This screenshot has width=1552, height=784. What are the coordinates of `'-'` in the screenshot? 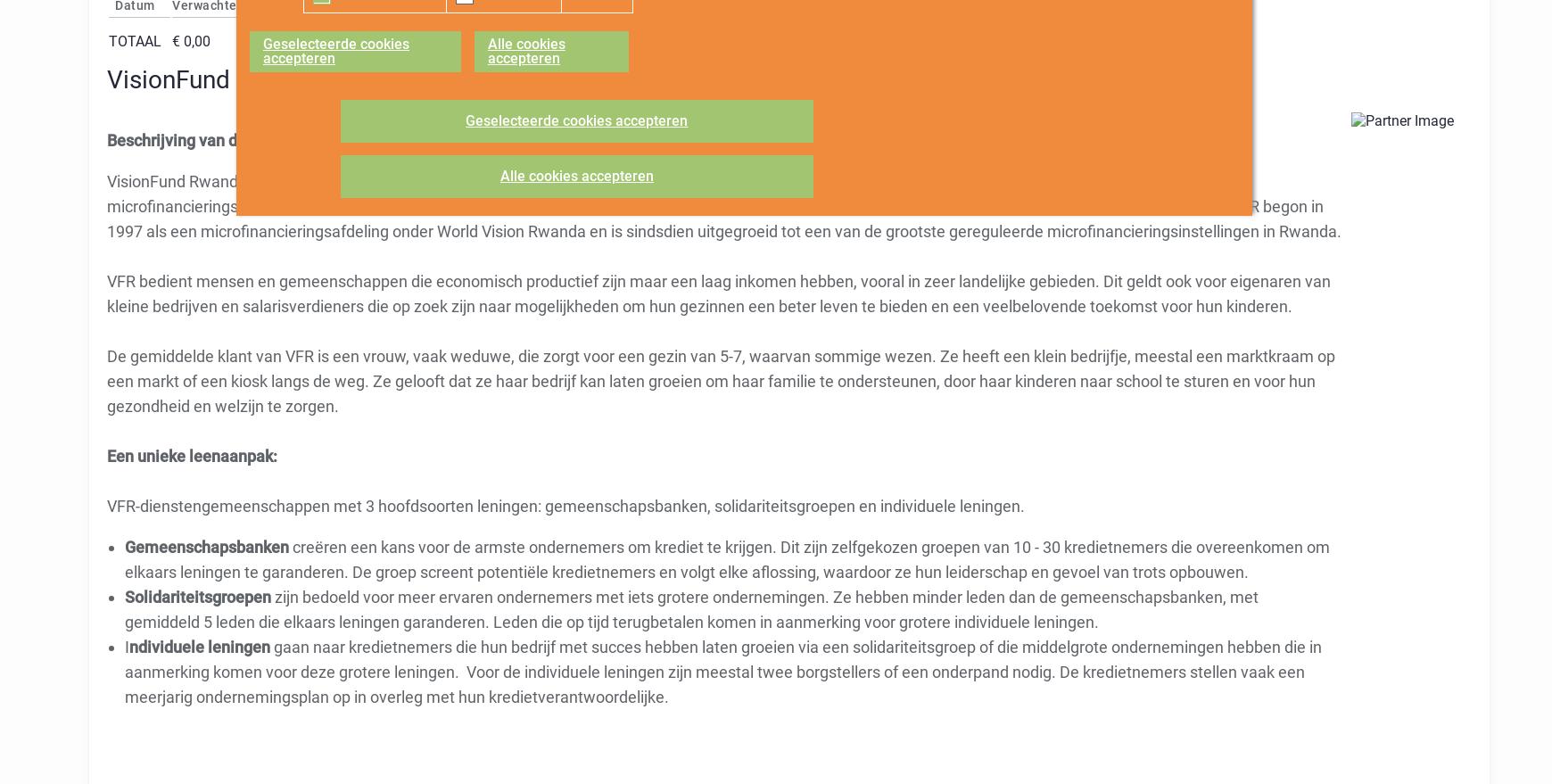 It's located at (523, 40).